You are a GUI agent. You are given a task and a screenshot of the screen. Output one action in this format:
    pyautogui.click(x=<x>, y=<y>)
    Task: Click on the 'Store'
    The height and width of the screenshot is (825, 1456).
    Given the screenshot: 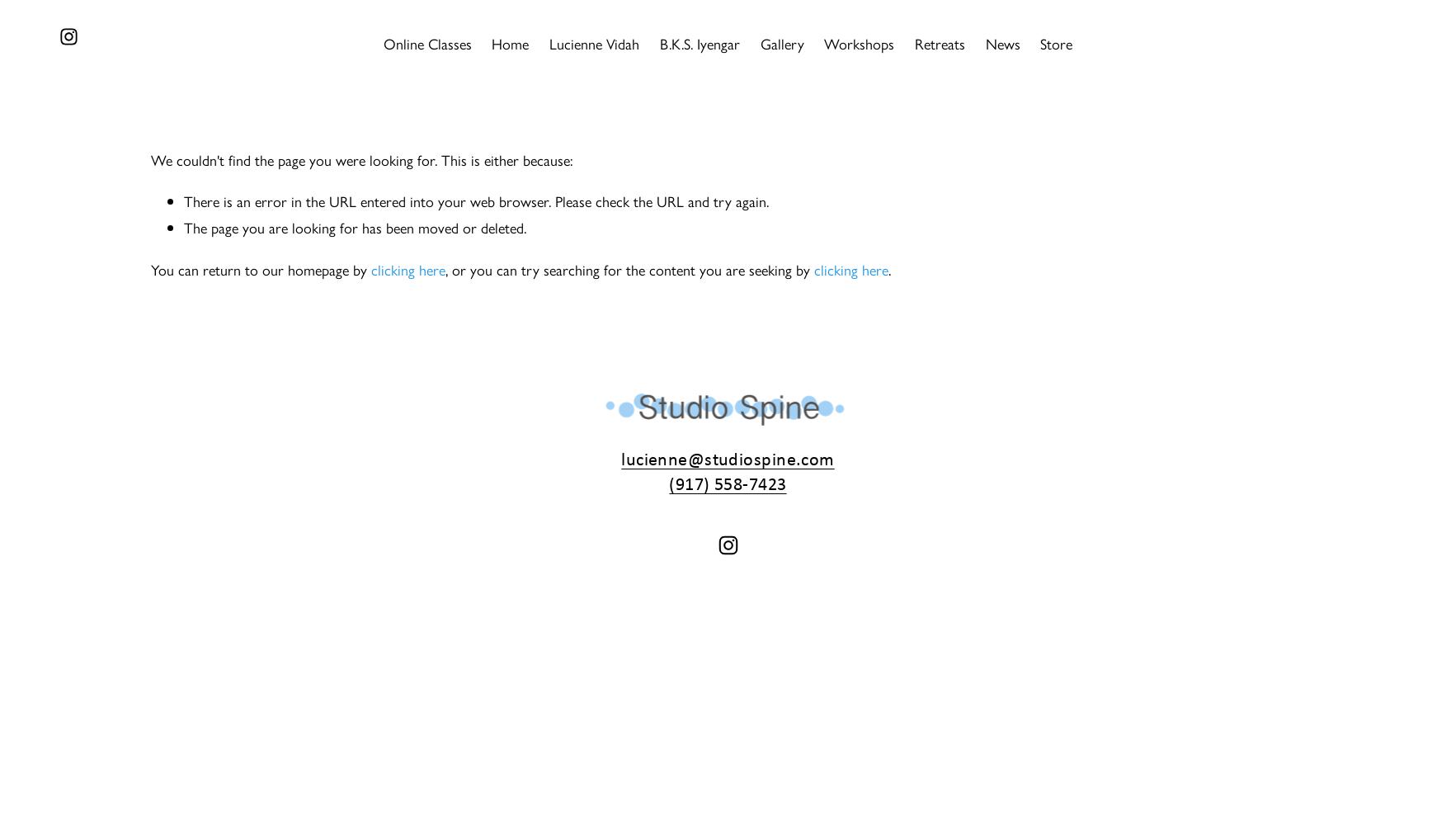 What is the action you would take?
    pyautogui.click(x=1039, y=43)
    